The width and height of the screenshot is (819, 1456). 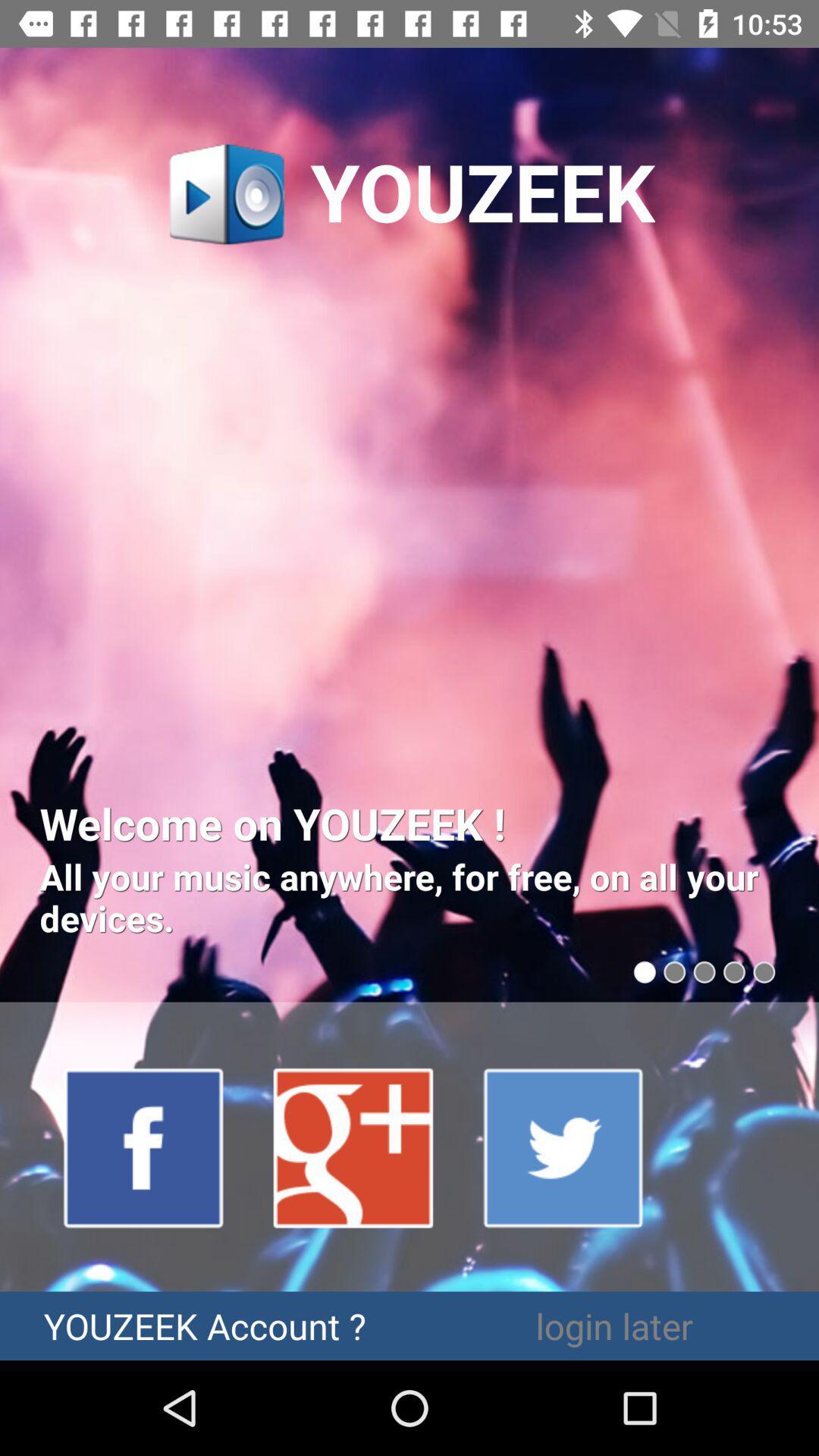 I want to click on facebook link, so click(x=144, y=1147).